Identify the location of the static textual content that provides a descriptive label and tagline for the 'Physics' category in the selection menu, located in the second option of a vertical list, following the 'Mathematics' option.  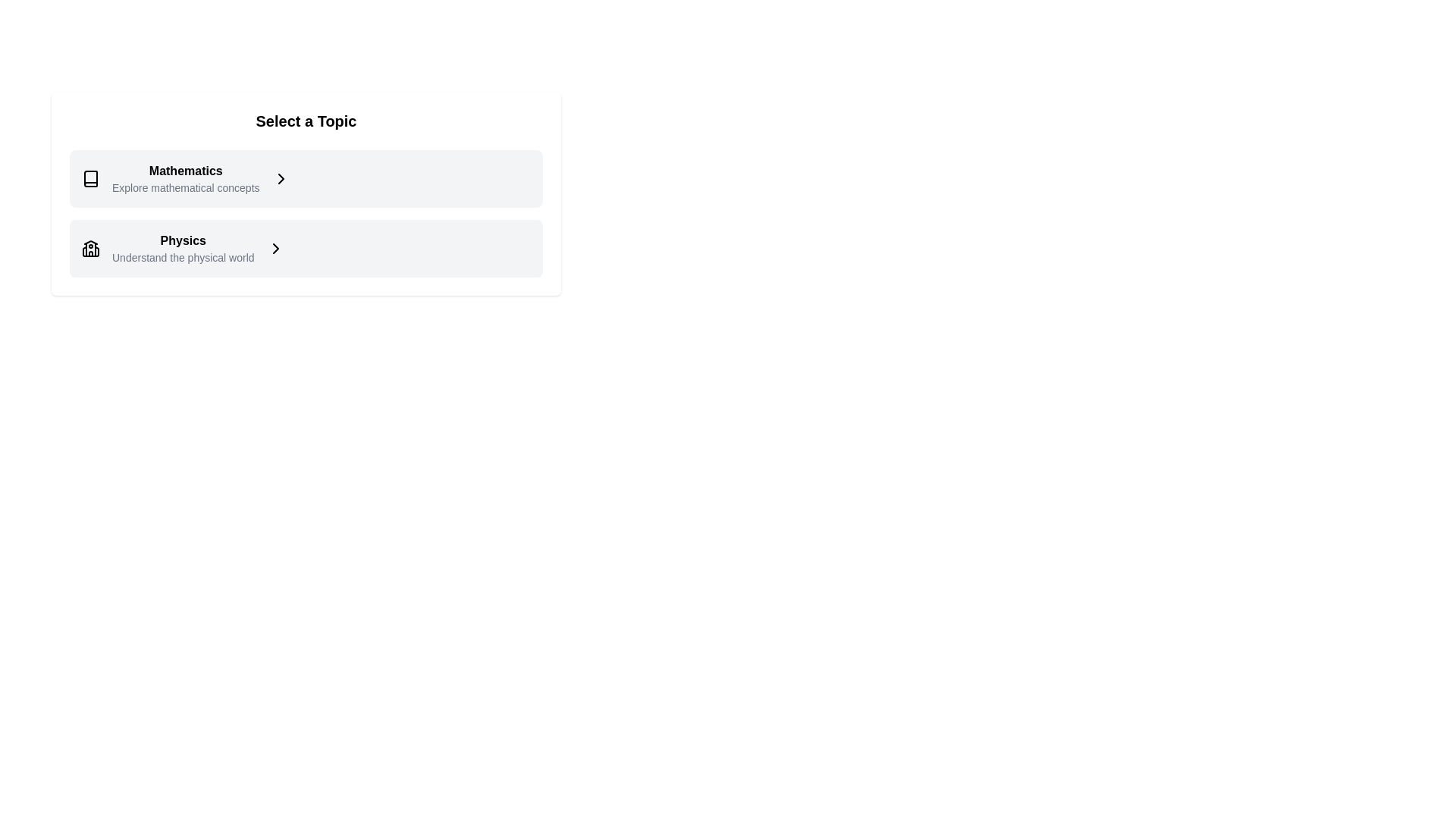
(182, 247).